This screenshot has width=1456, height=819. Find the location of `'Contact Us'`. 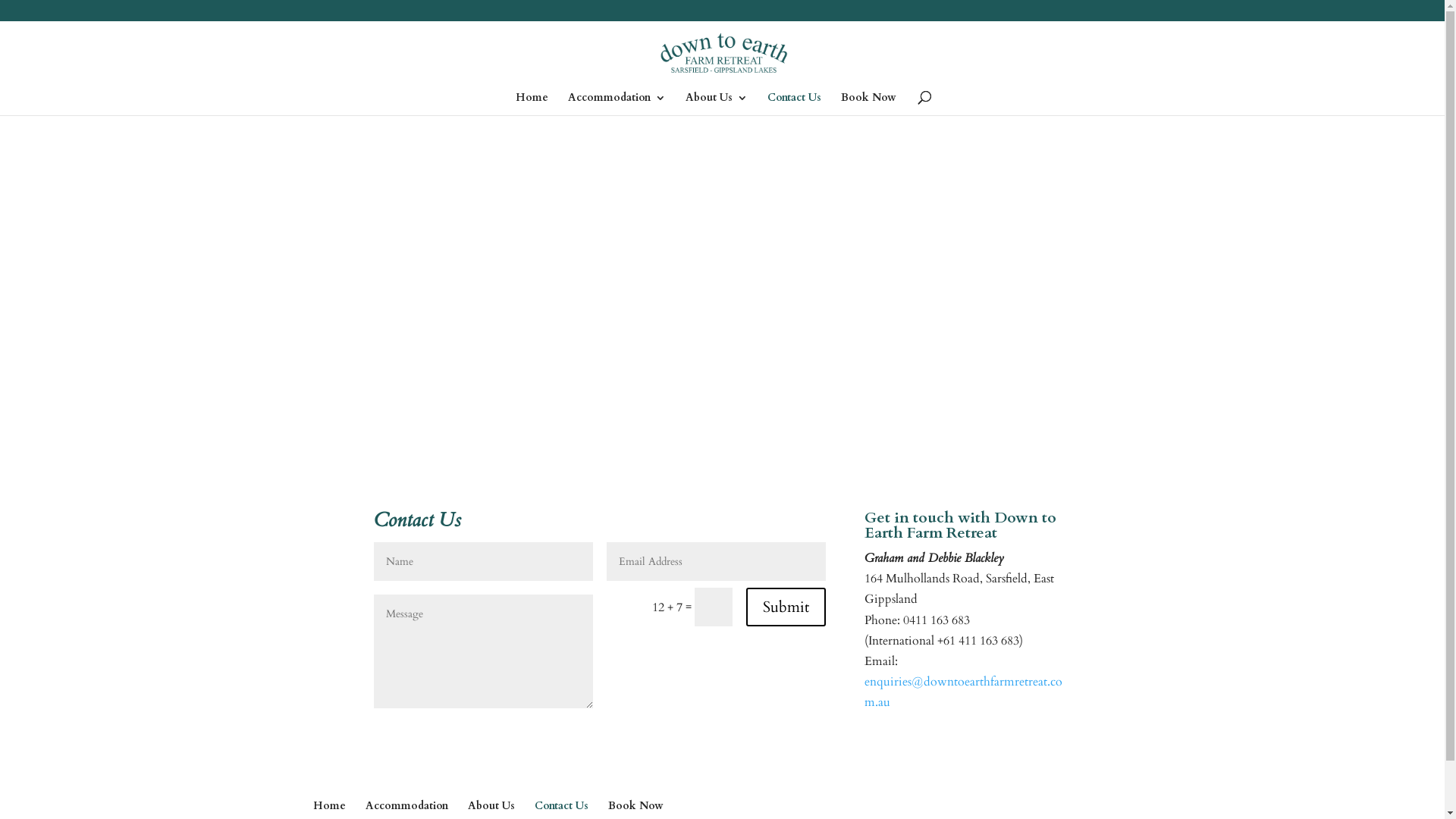

'Contact Us' is located at coordinates (560, 805).